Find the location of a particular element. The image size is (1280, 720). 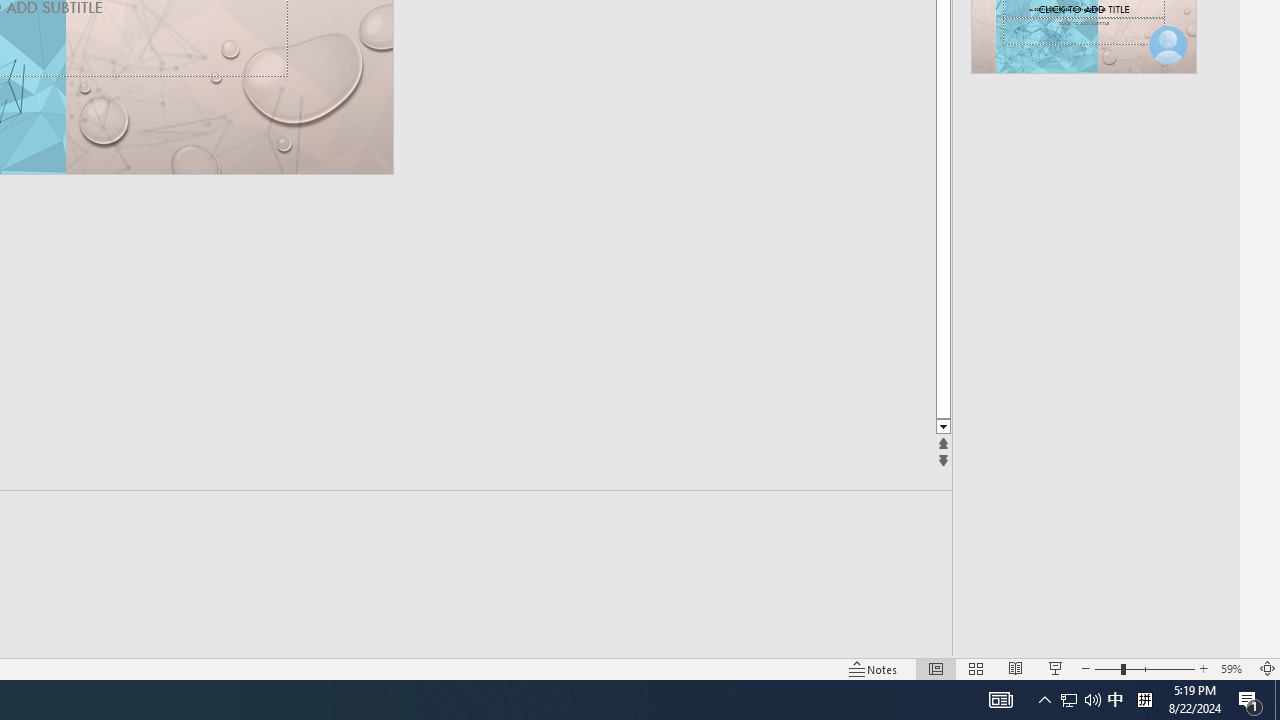

'Zoom 59%' is located at coordinates (1233, 669).